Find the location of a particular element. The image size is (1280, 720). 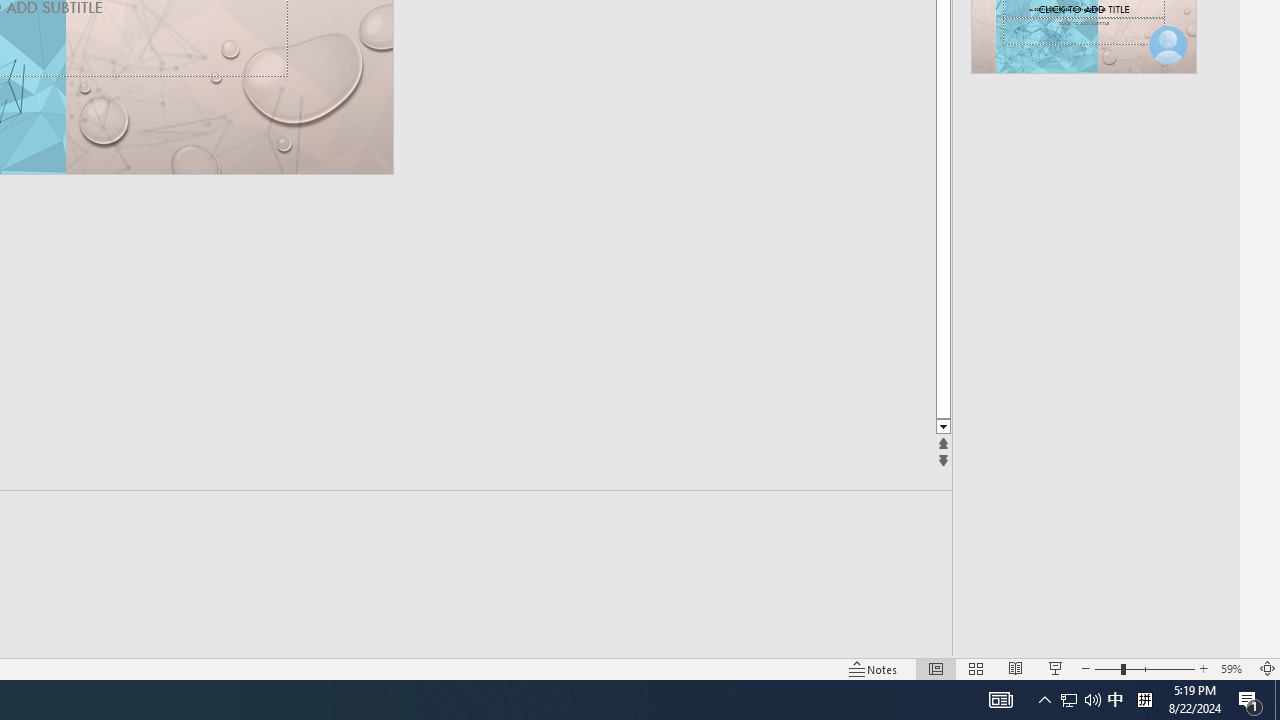

'Zoom 59%' is located at coordinates (1233, 669).